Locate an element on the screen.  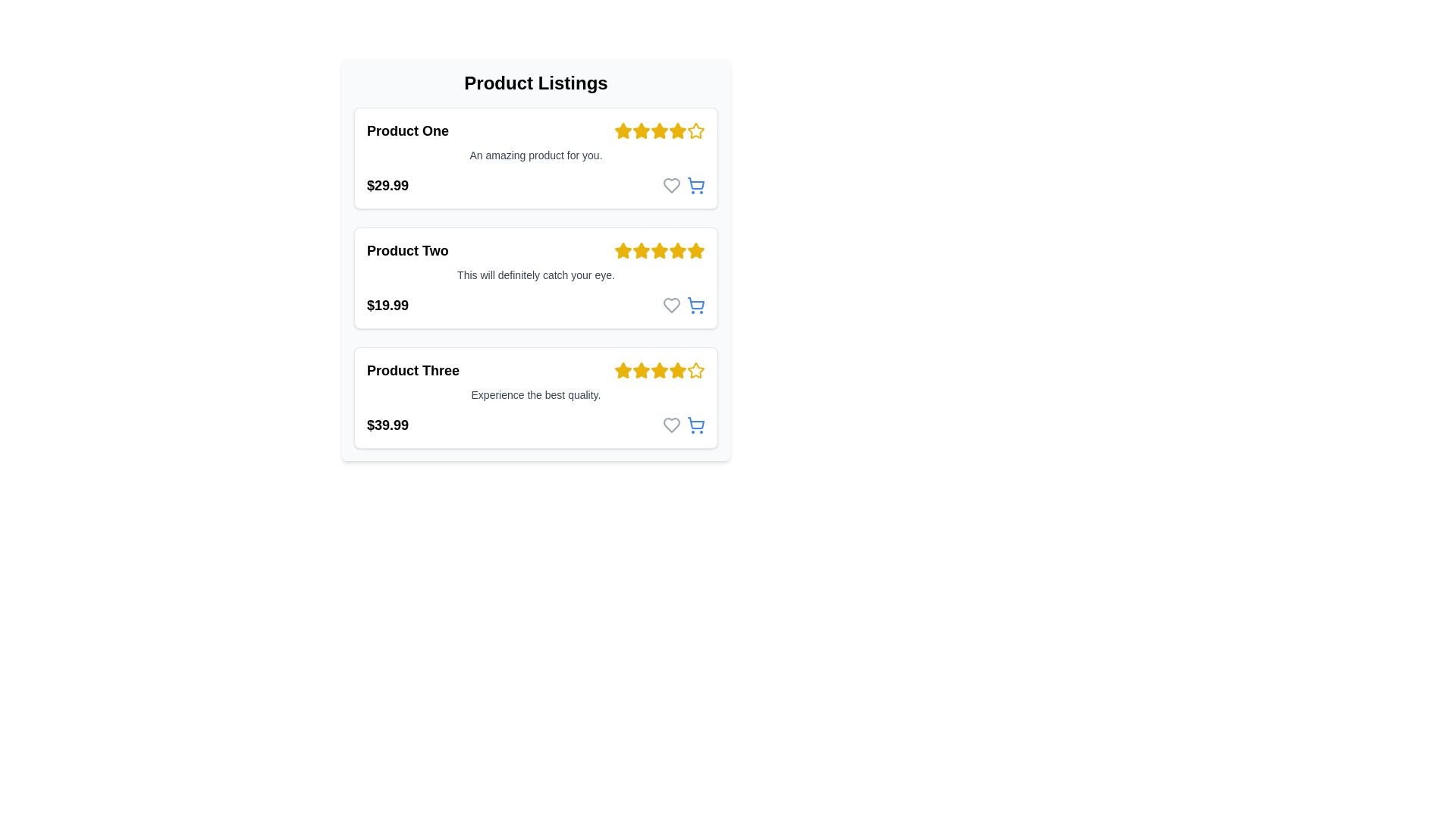
the sixth star icon in the rating system for Product Three, which is located beside the fifth golden-yellow star and is part of a visual rating system is located at coordinates (676, 371).